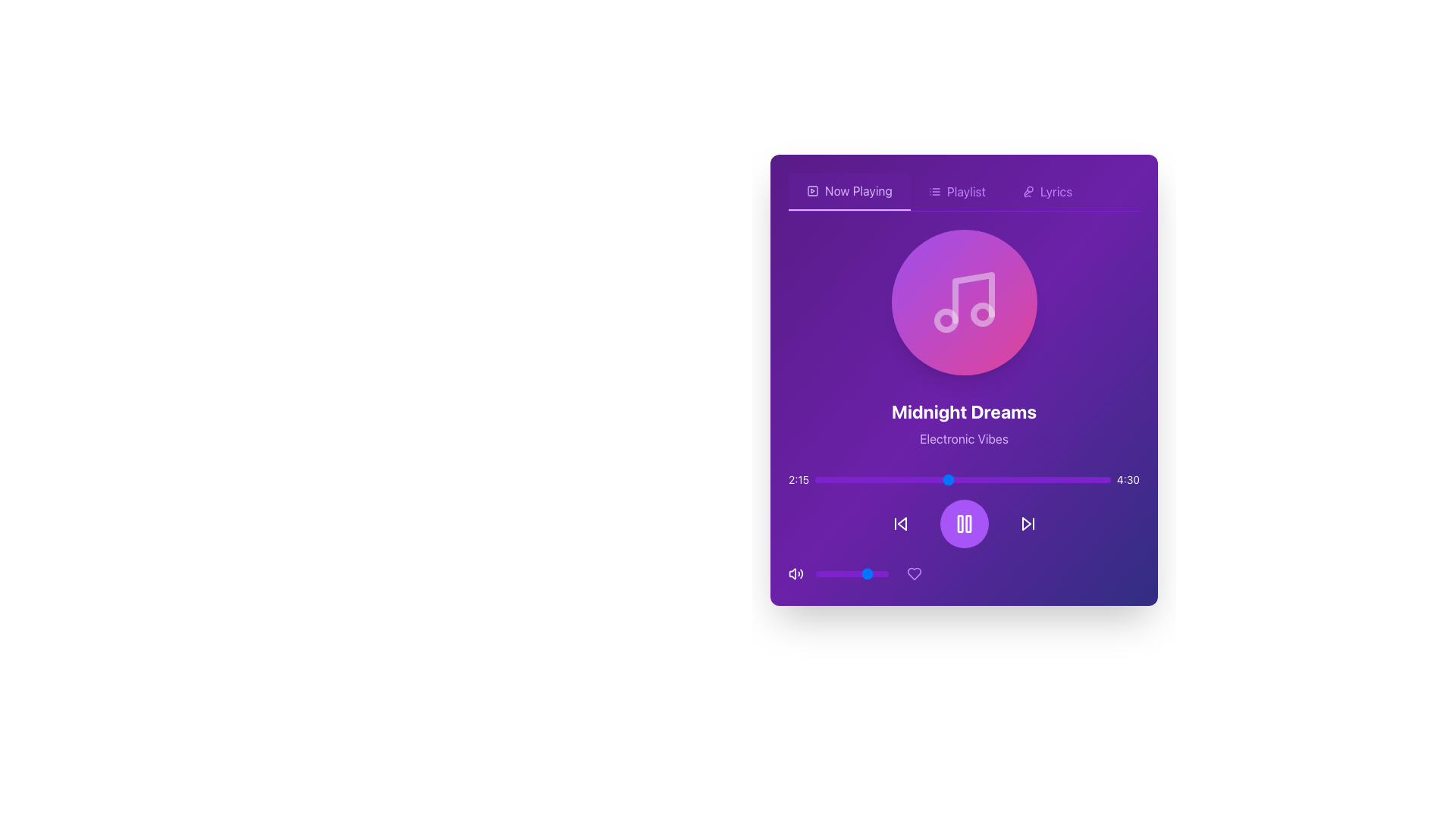 The width and height of the screenshot is (1456, 819). Describe the element at coordinates (913, 573) in the screenshot. I see `the heart-shaped icon with a purple stroke located within the playback controls section to favorite the track` at that location.